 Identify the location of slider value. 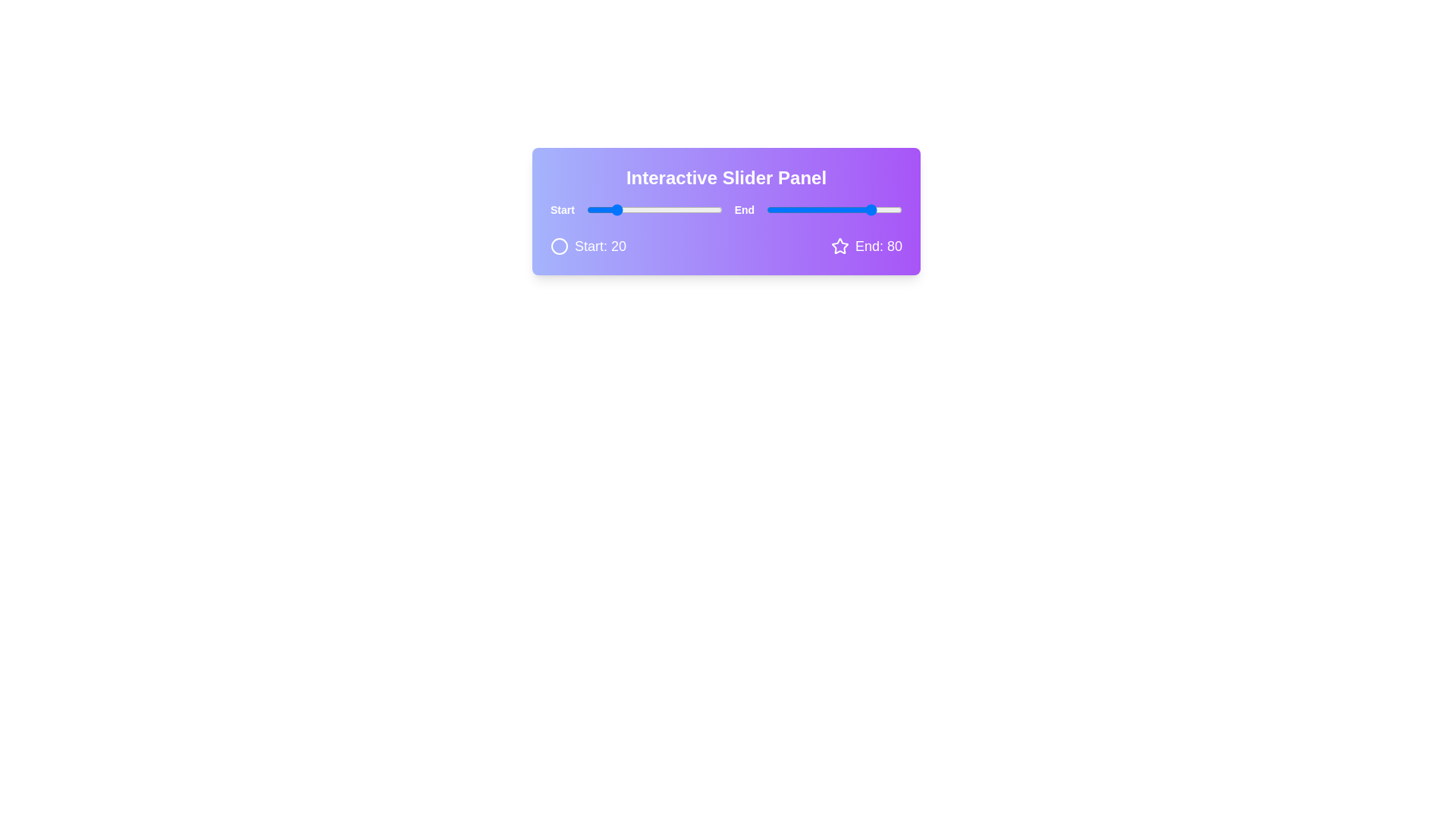
(704, 210).